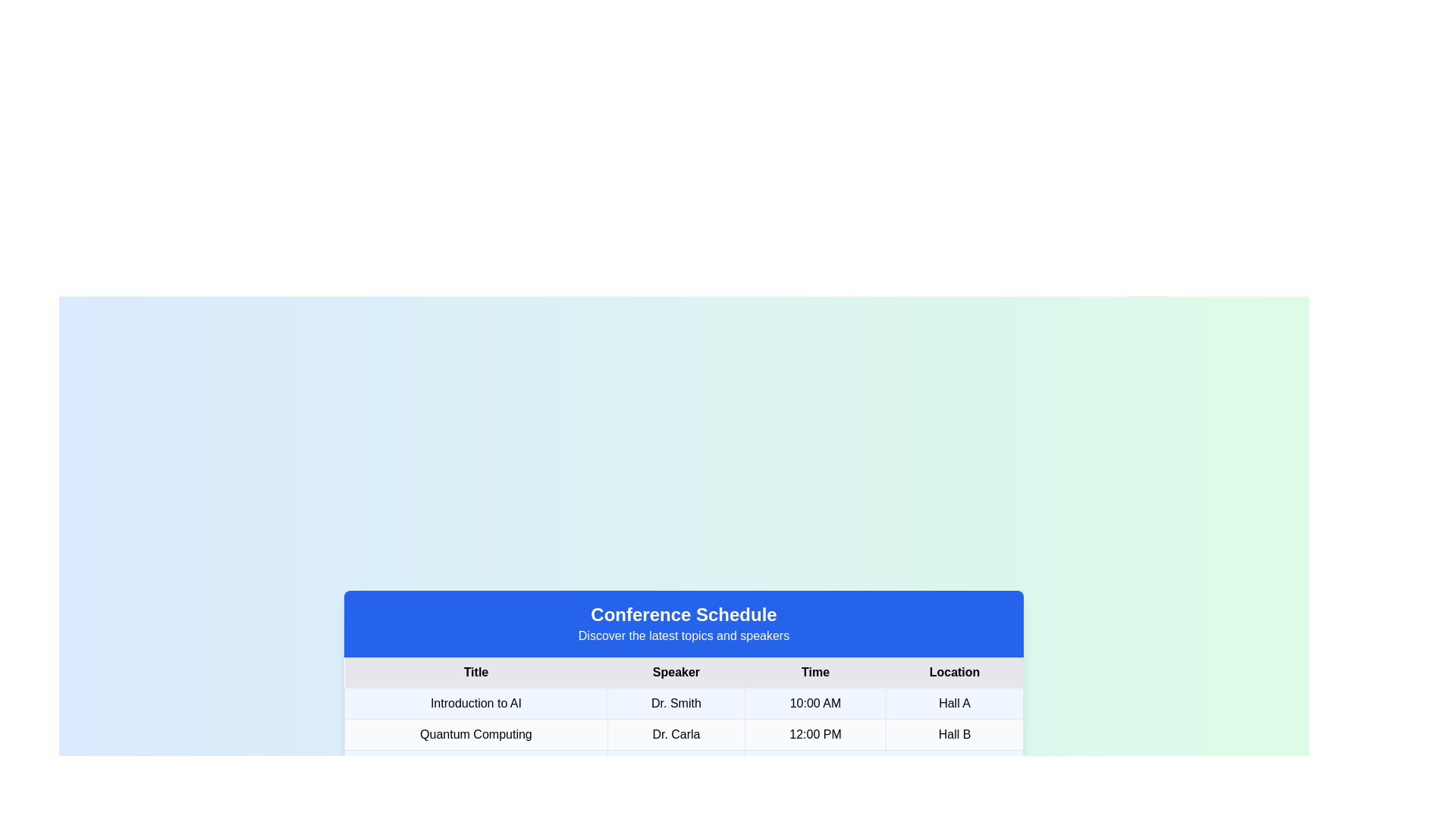 The height and width of the screenshot is (819, 1456). Describe the element at coordinates (814, 672) in the screenshot. I see `text of the table header cell indicating time-related information, located in the third column of the table between 'Speaker' and 'Location'` at that location.